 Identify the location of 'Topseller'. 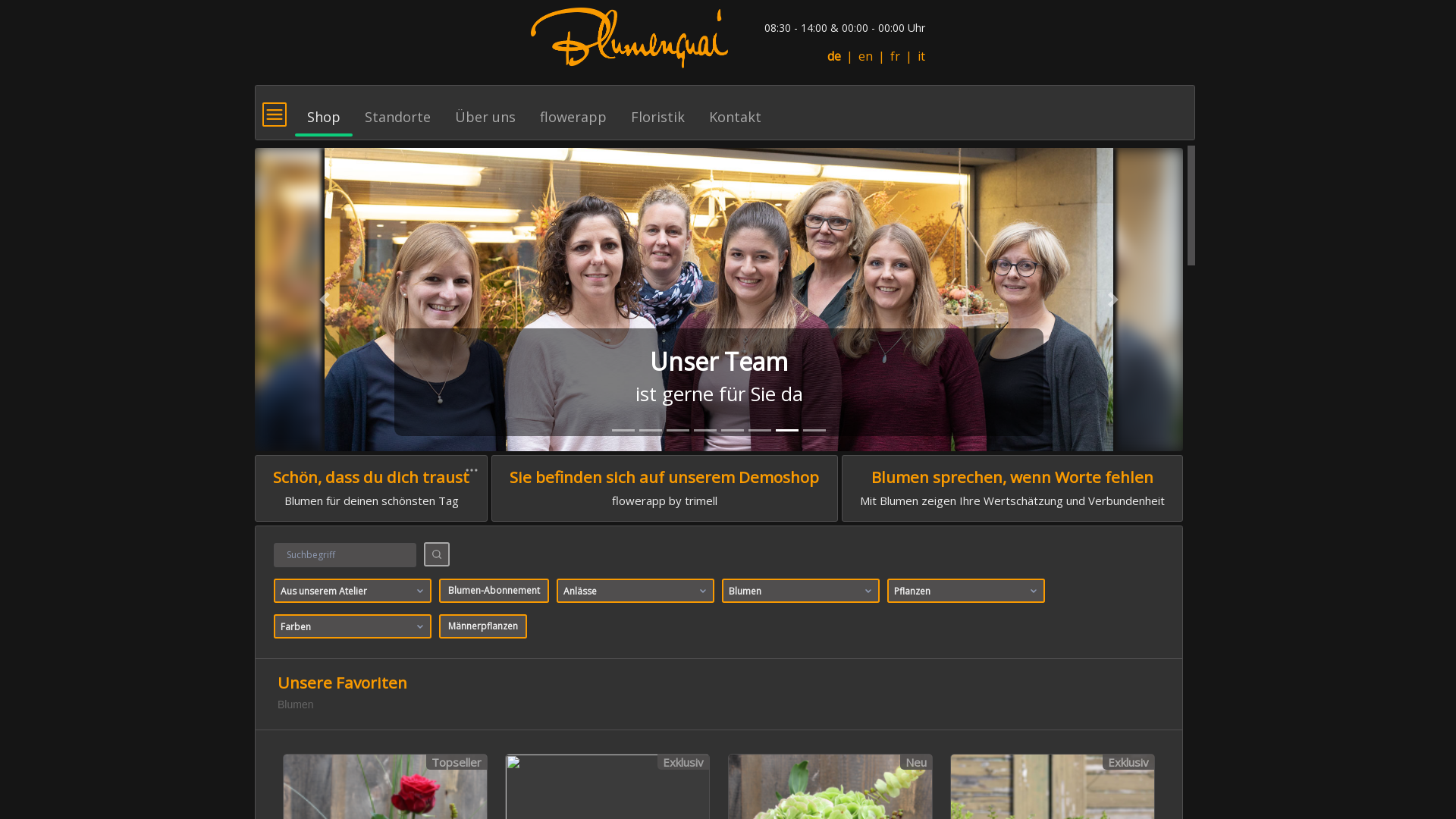
(425, 762).